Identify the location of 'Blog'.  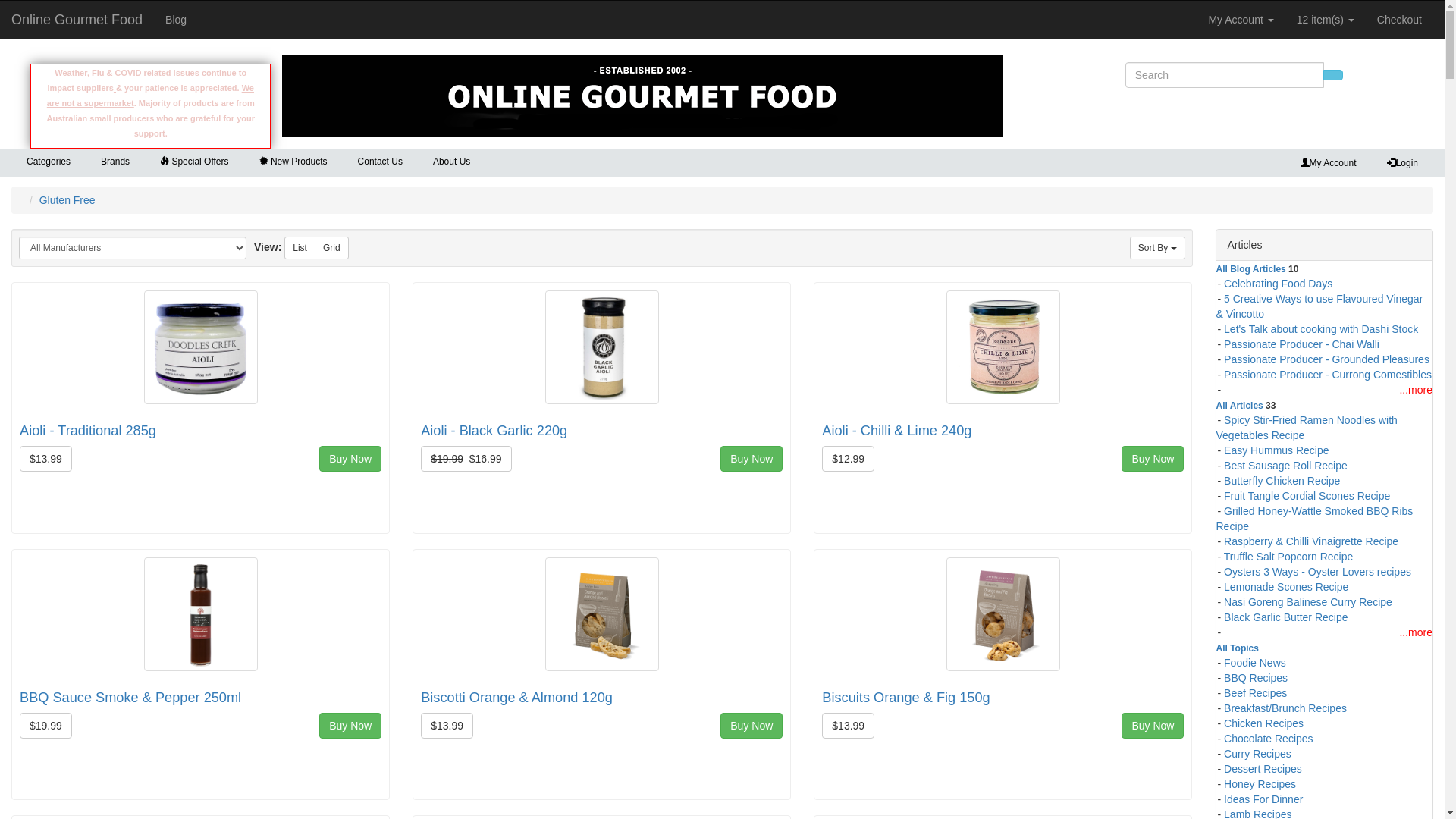
(153, 20).